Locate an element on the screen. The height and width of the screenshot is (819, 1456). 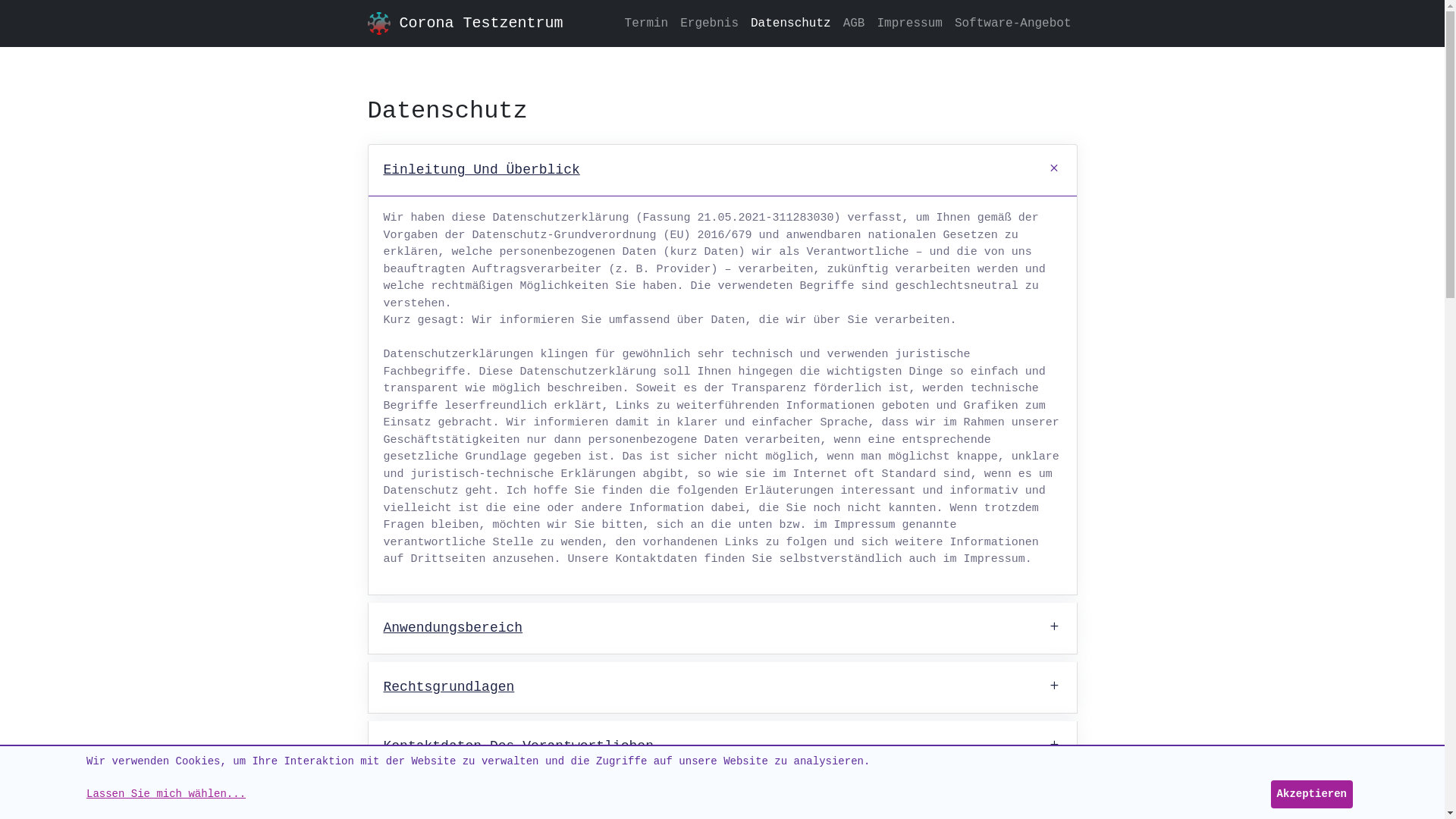
'Anwendungsbereich' is located at coordinates (722, 628).